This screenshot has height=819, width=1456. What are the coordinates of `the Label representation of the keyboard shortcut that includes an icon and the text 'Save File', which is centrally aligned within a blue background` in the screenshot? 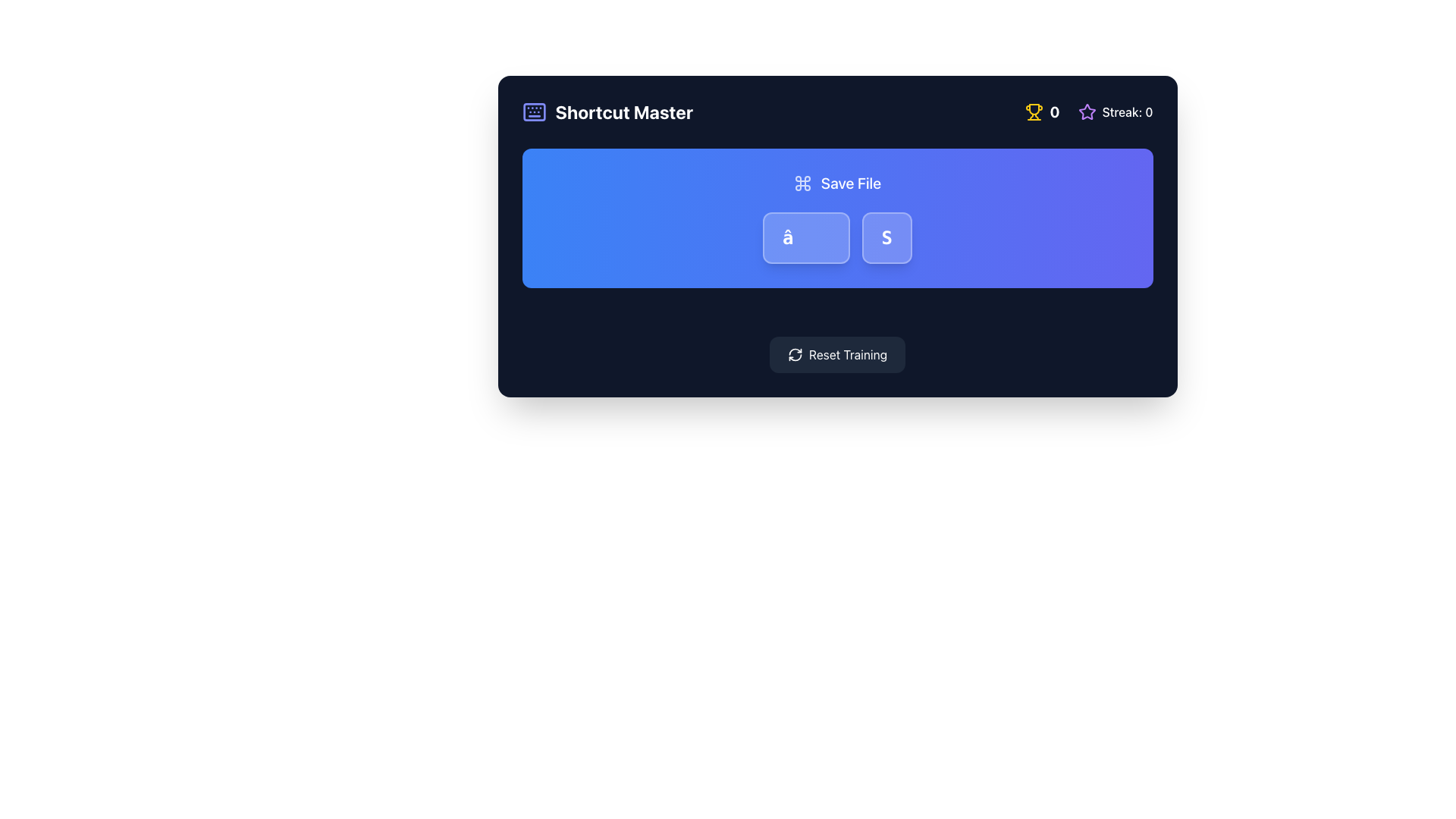 It's located at (836, 183).